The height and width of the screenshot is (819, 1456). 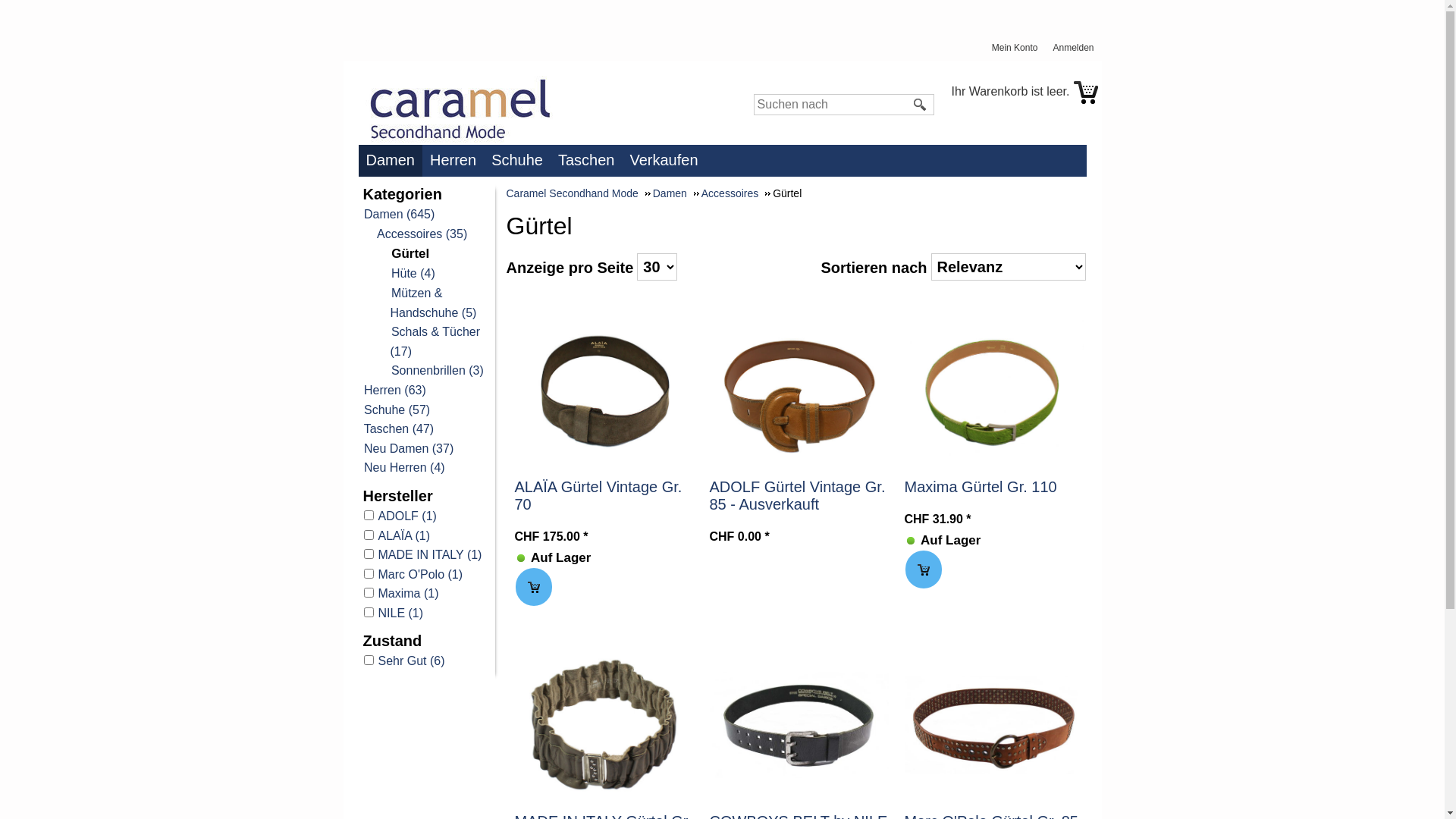 What do you see at coordinates (403, 466) in the screenshot?
I see `'Neu Herren (4)'` at bounding box center [403, 466].